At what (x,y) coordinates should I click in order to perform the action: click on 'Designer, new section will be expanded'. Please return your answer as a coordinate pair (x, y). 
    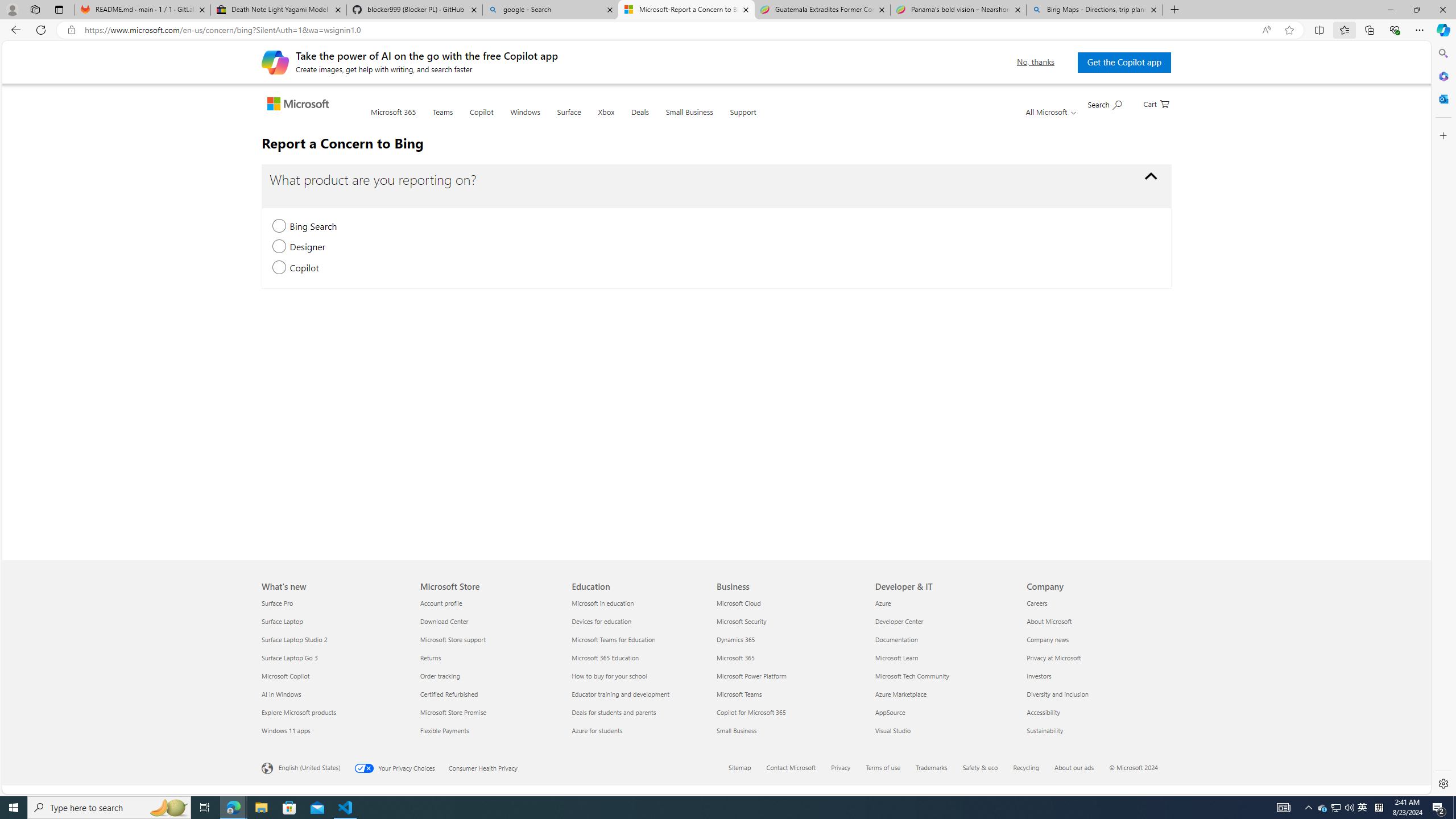
    Looking at the image, I should click on (279, 246).